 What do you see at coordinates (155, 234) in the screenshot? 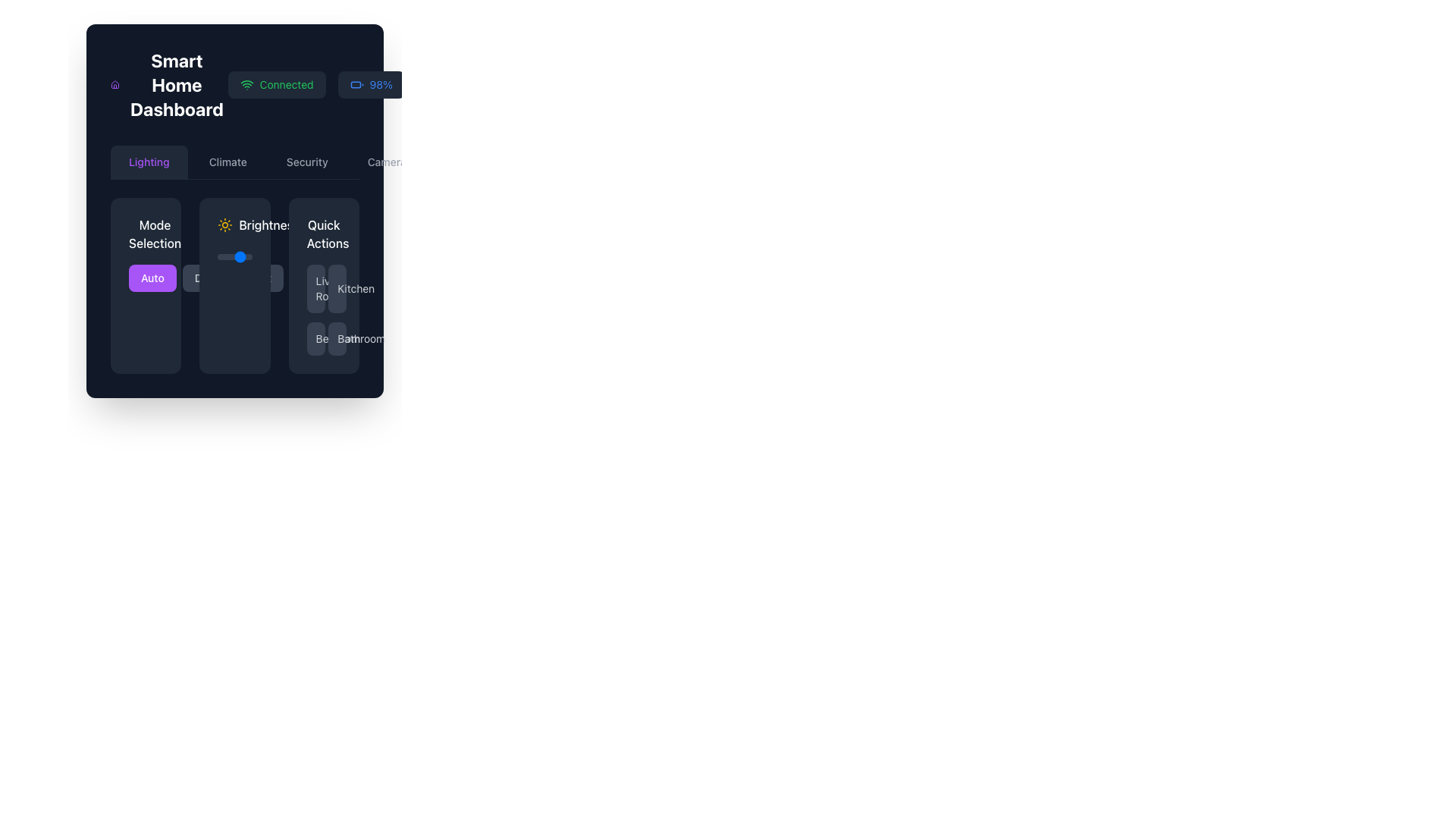
I see `text label displaying 'Mode Selection' which is located in the leftmost column of the UI and above the 'Auto' button` at bounding box center [155, 234].